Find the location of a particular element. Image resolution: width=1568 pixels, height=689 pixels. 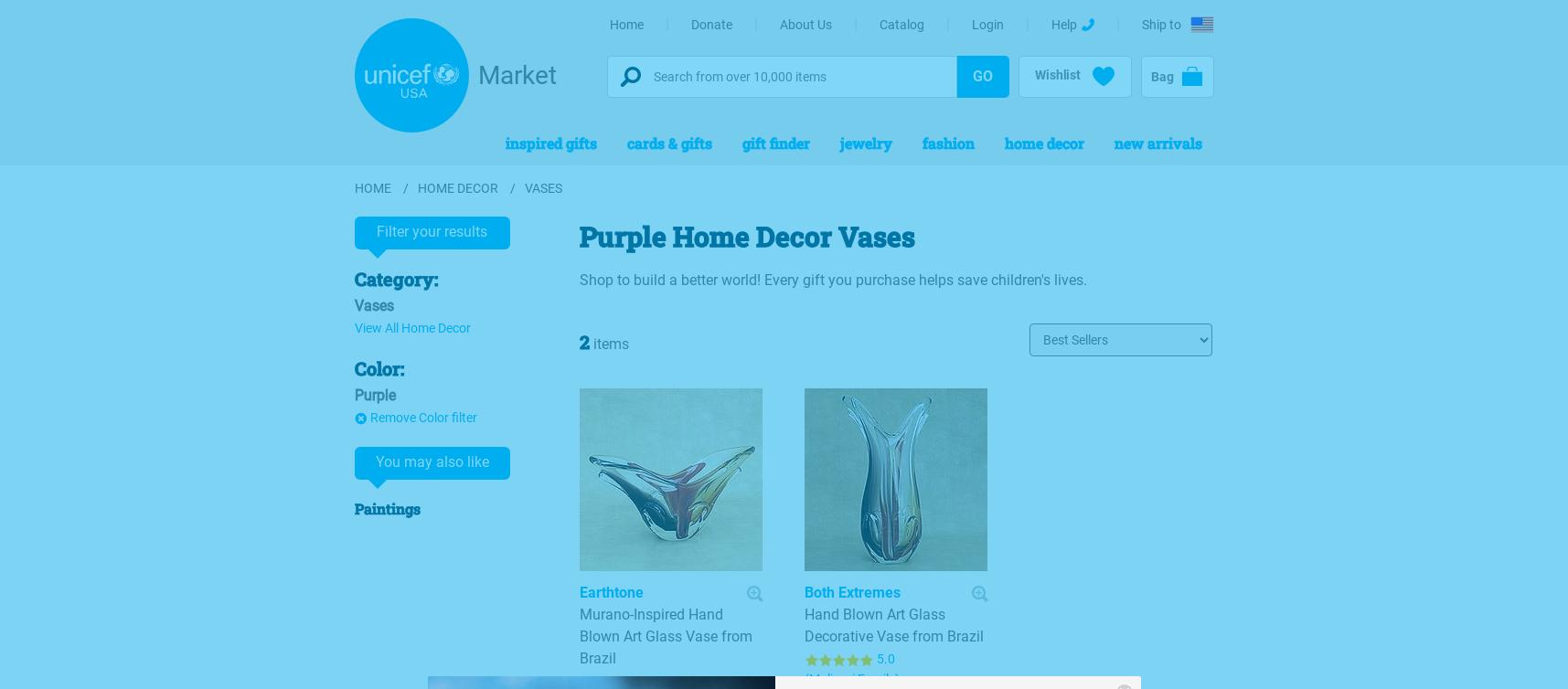

'Paintings' is located at coordinates (386, 508).